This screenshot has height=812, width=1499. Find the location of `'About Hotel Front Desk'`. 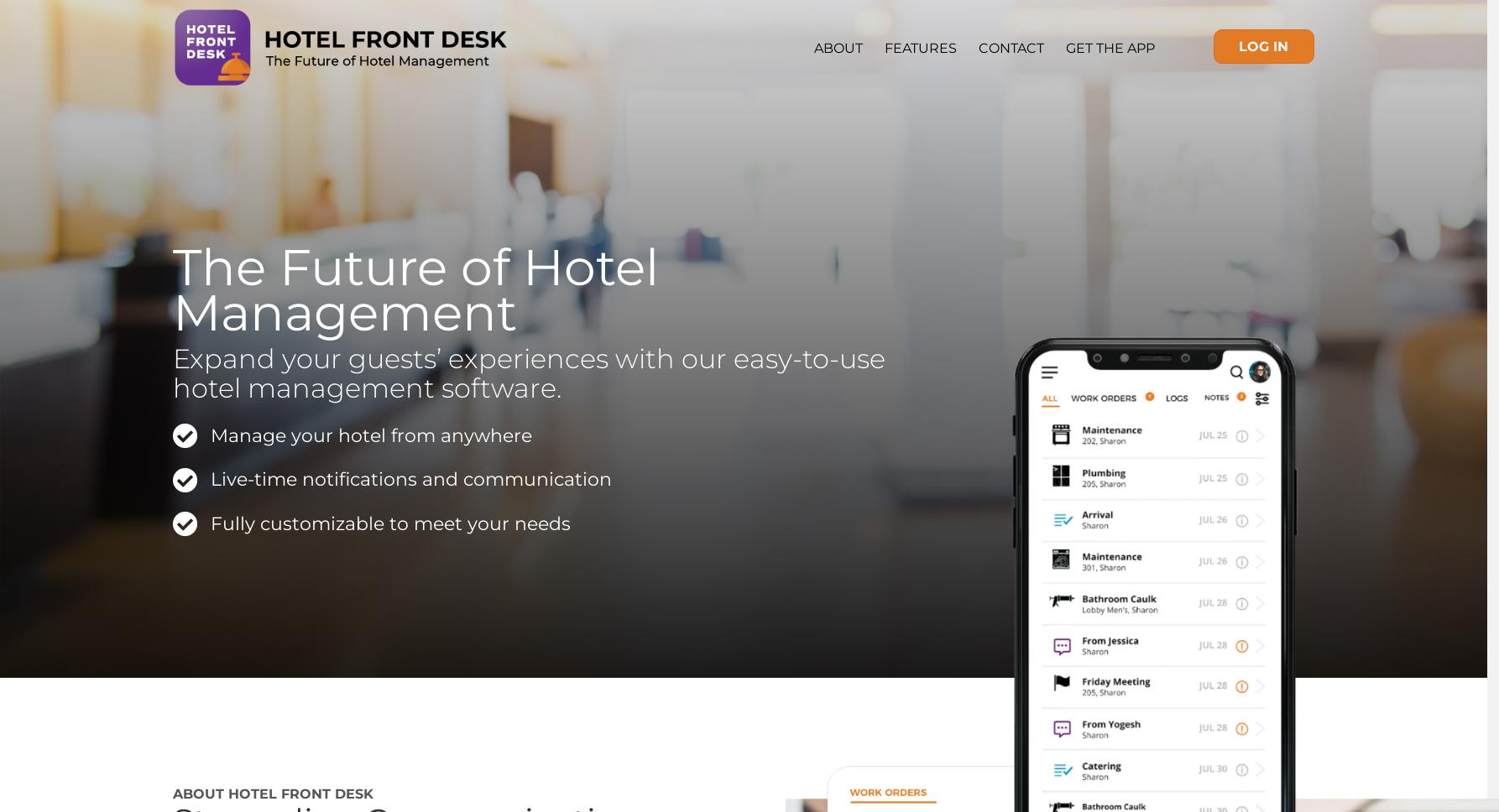

'About Hotel Front Desk' is located at coordinates (171, 792).